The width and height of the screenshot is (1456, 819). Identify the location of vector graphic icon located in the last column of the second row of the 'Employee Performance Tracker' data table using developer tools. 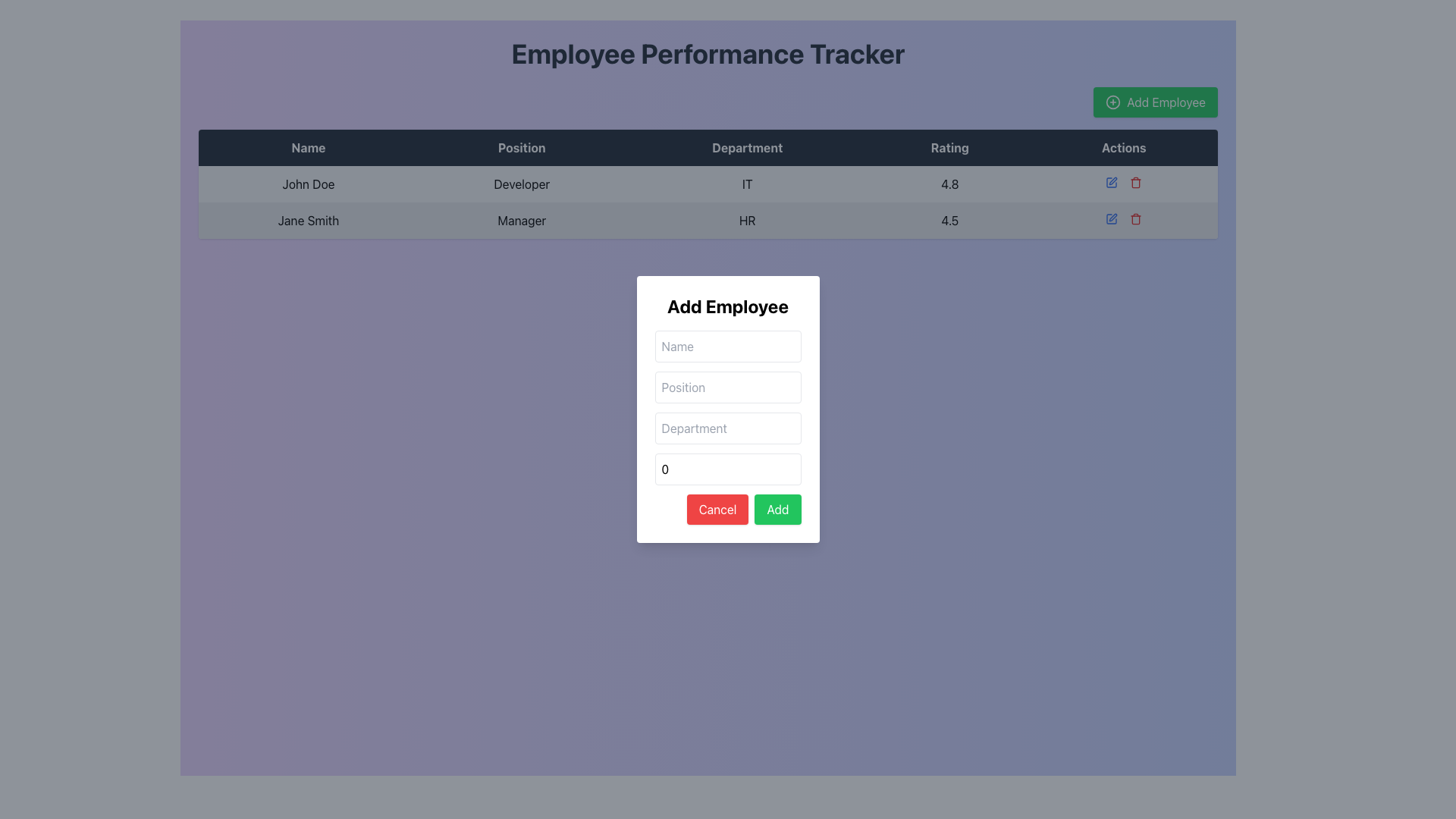
(1112, 219).